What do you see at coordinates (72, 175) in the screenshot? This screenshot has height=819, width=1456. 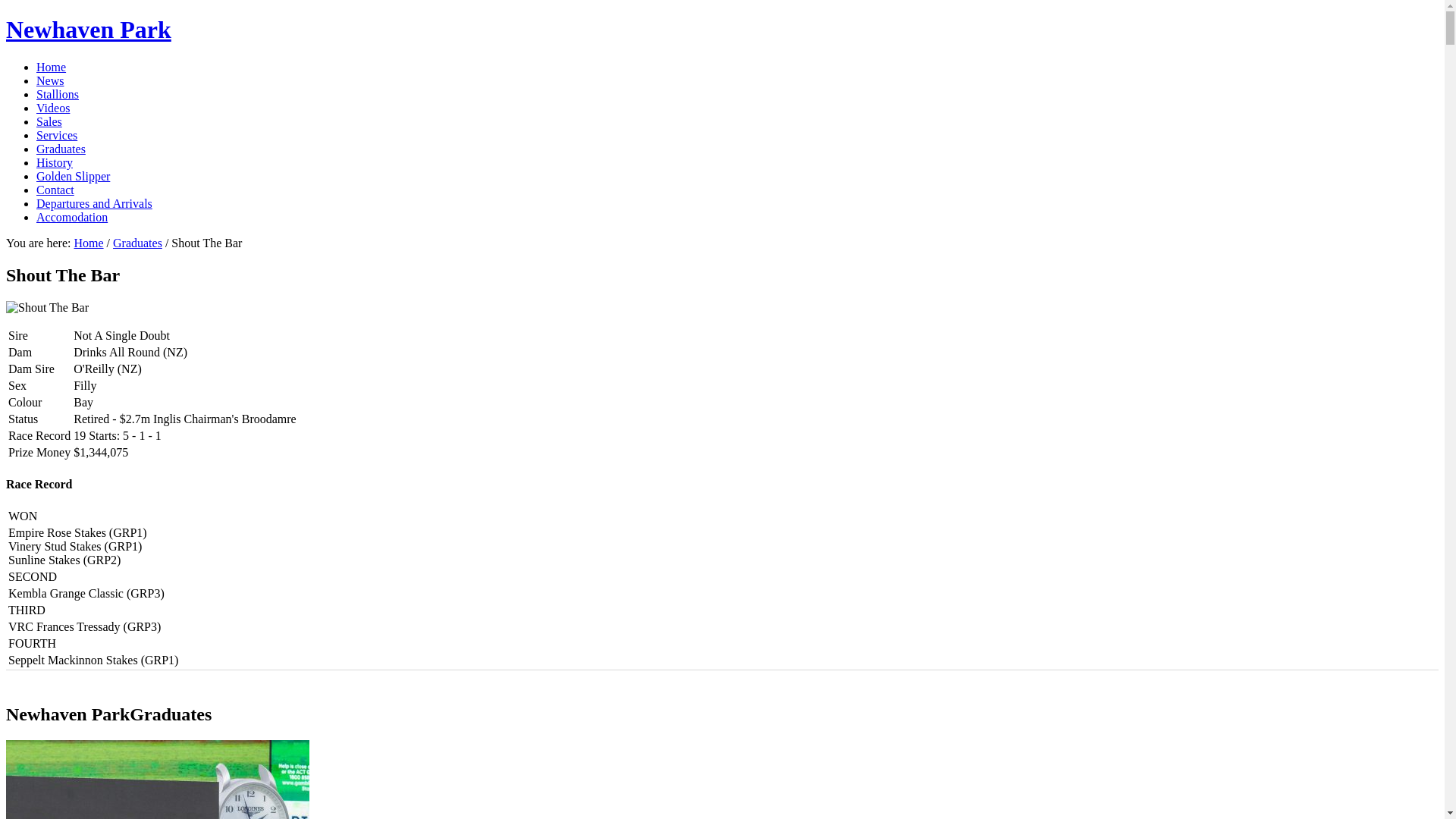 I see `'Golden Slipper'` at bounding box center [72, 175].